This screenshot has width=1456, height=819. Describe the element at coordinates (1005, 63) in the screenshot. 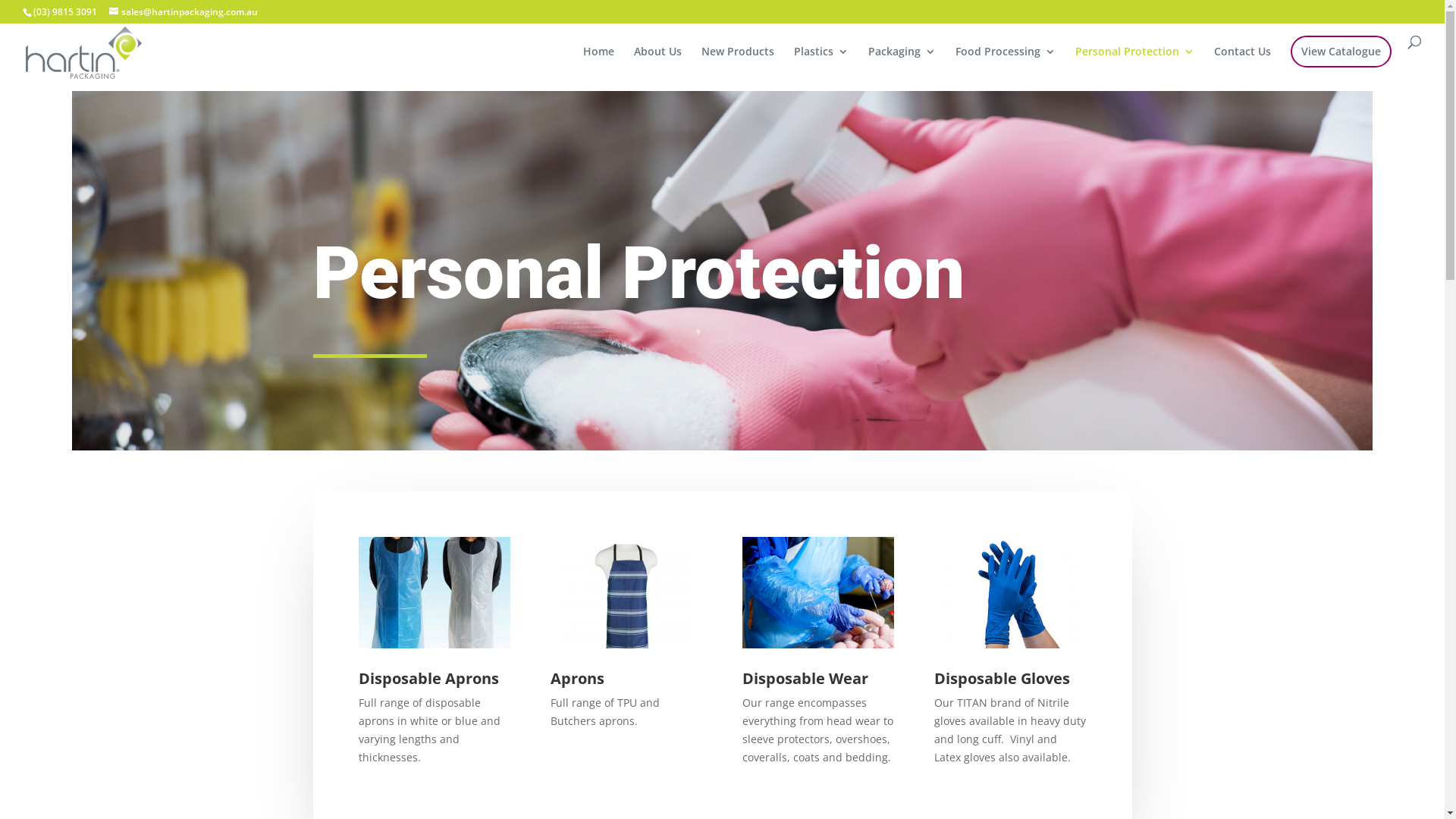

I see `'Food Processing'` at that location.